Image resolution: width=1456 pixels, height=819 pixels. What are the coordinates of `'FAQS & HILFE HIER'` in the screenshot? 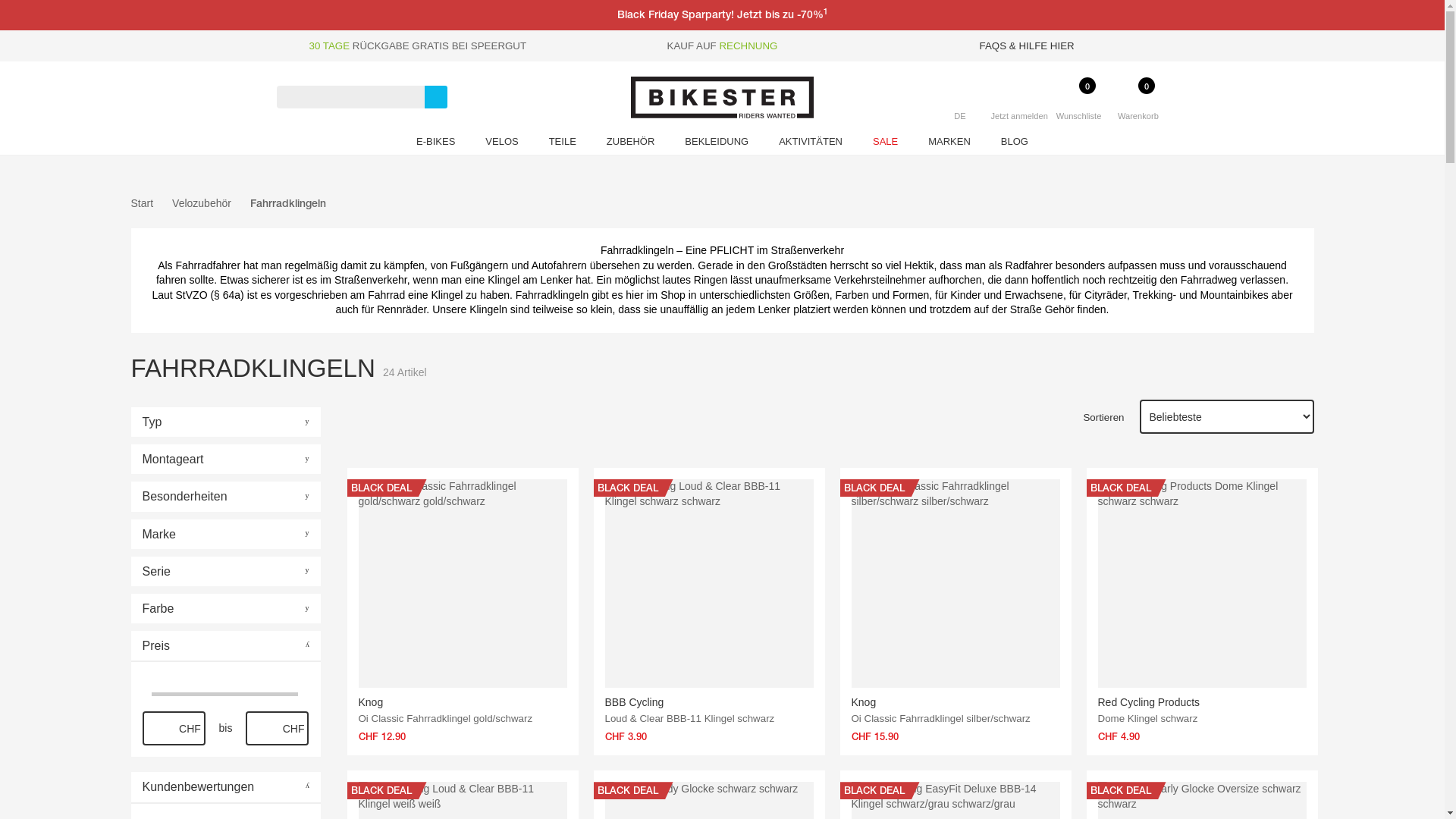 It's located at (1027, 45).